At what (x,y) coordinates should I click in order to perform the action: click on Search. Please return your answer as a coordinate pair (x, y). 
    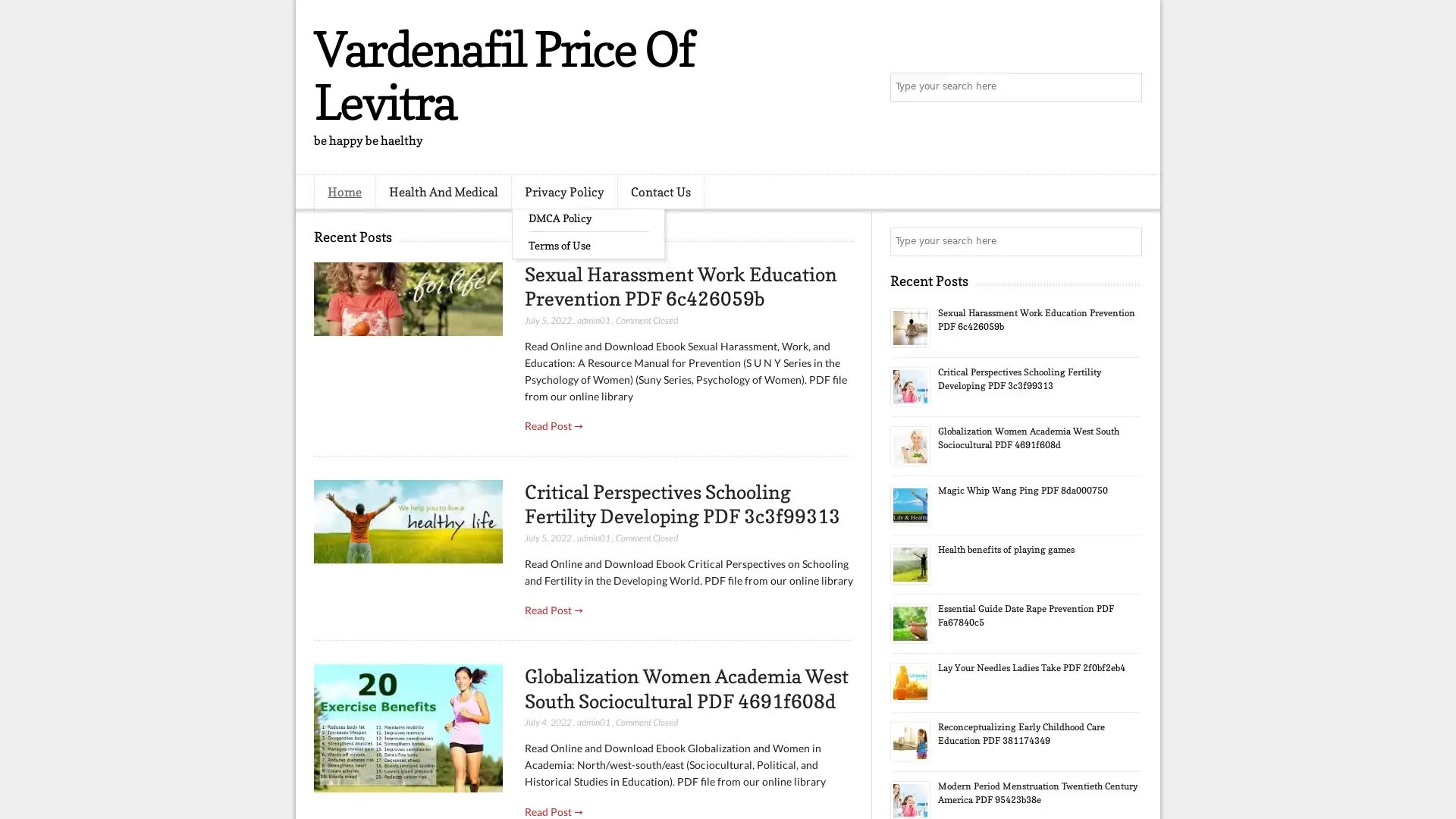
    Looking at the image, I should click on (1126, 87).